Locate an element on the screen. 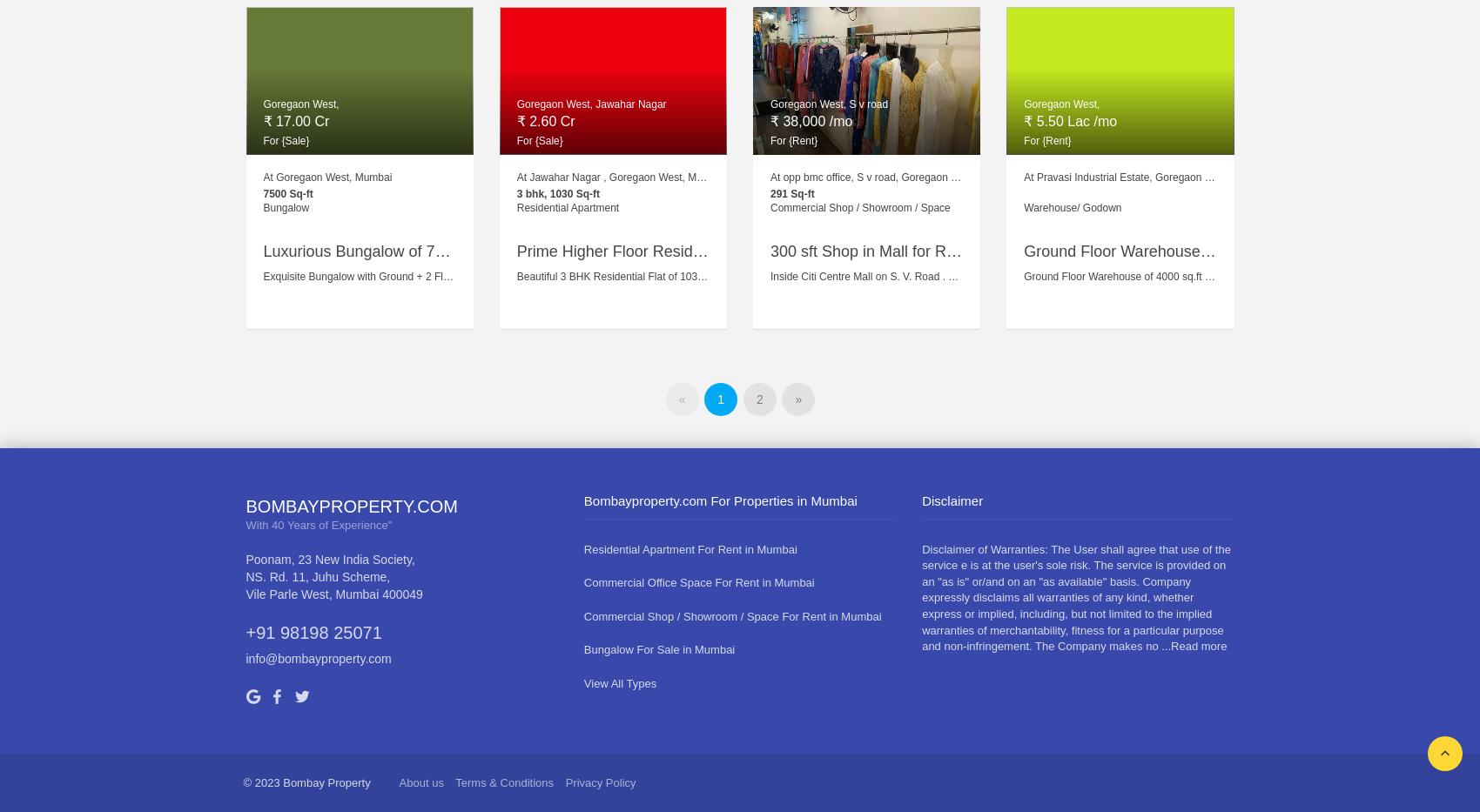 The width and height of the screenshot is (1480, 812). 'About us' is located at coordinates (420, 782).